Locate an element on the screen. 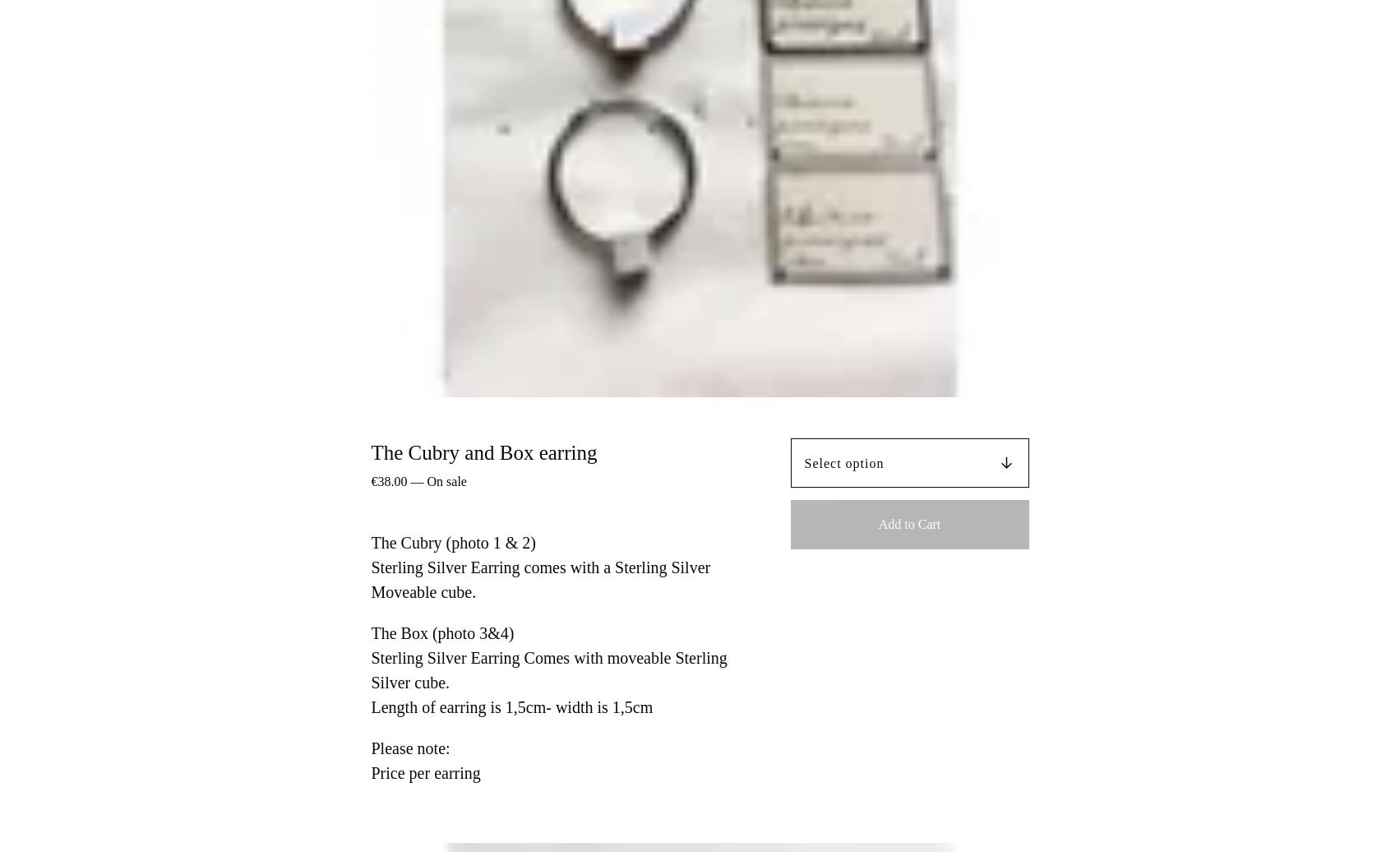  'The Box (photo 3&4)' is located at coordinates (370, 632).